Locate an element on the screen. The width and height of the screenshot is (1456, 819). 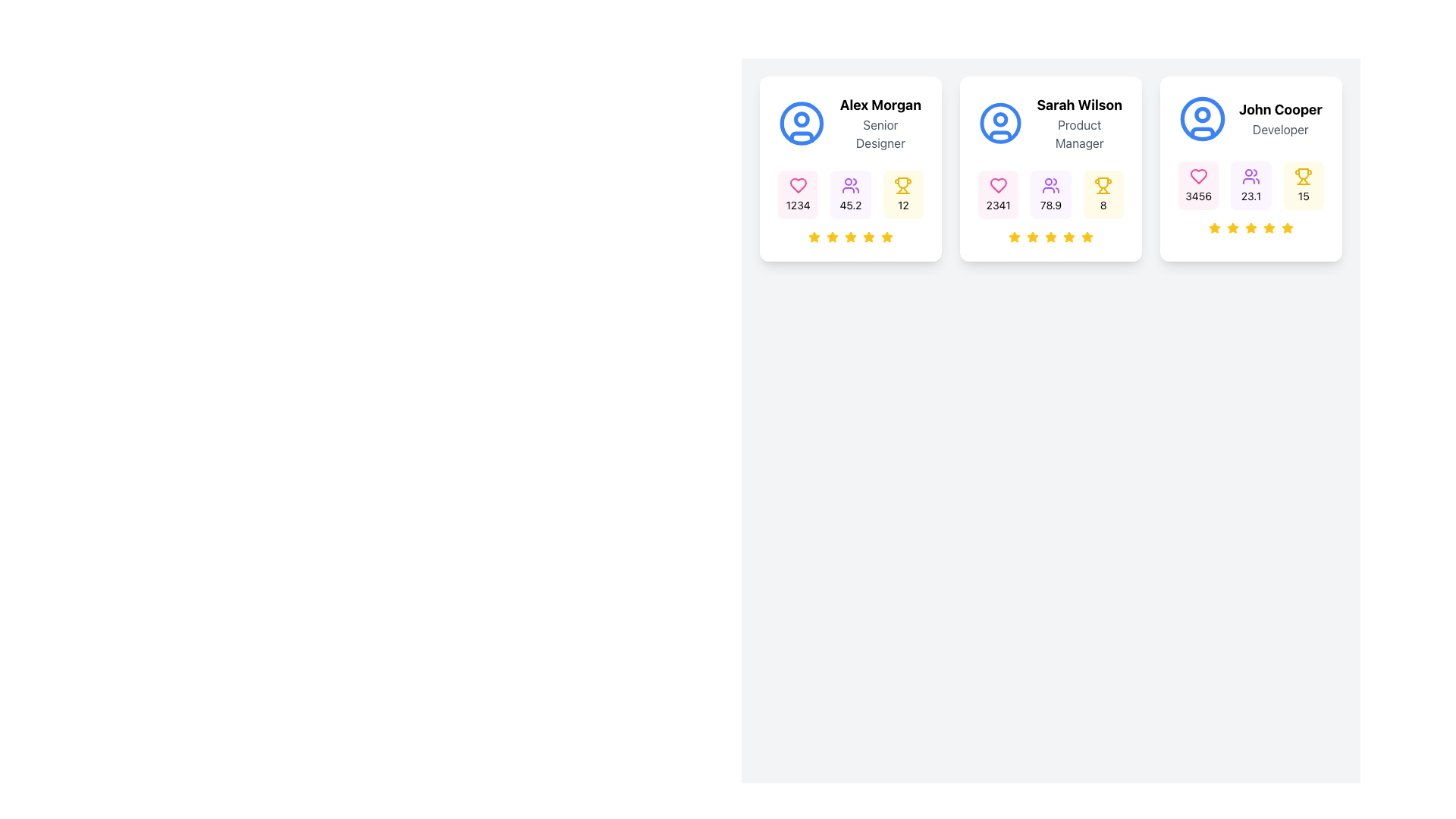
the static text displaying the numerical value '2341', which is bold and located in the second card under a pink heart icon is located at coordinates (998, 205).